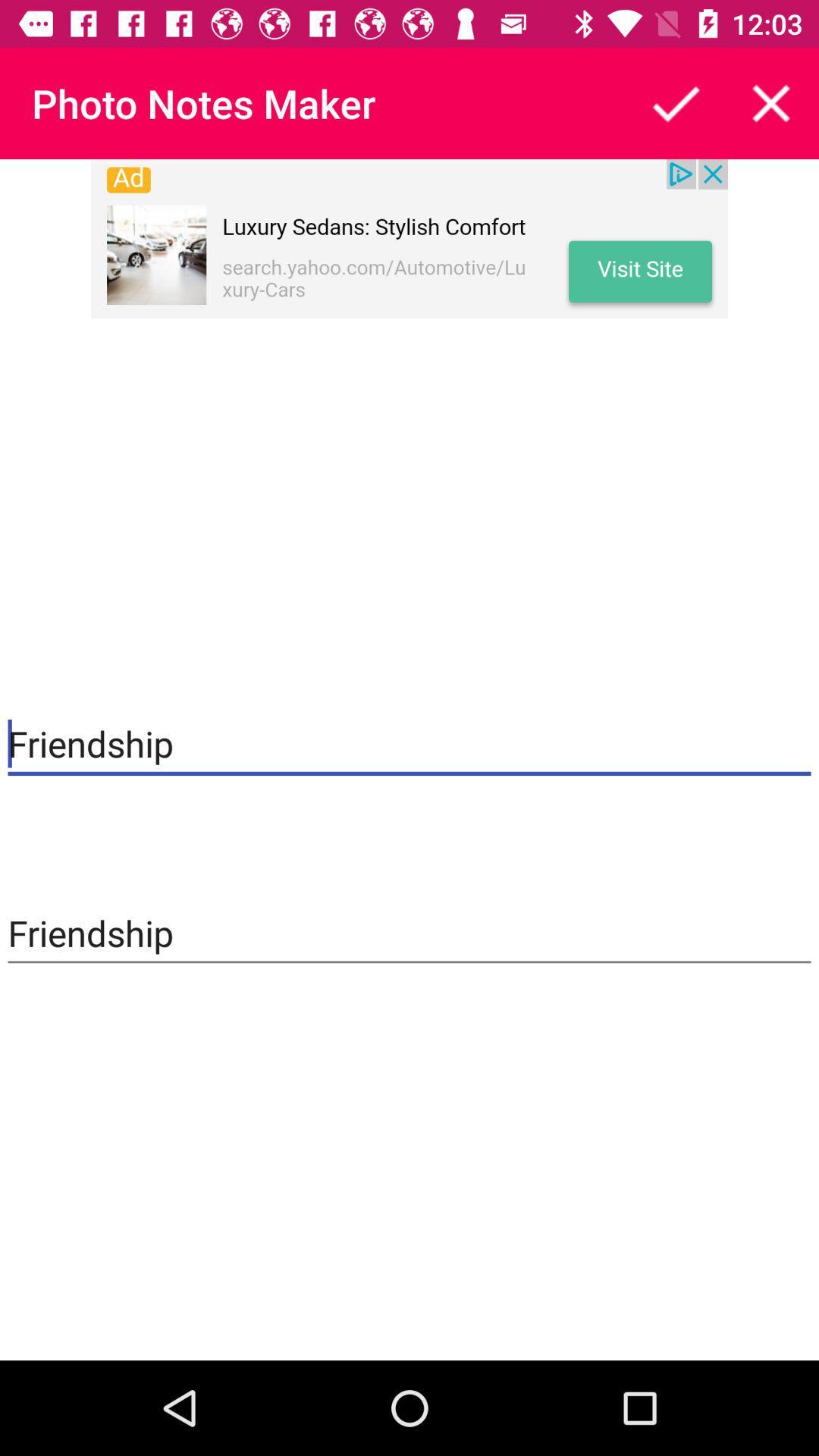 The width and height of the screenshot is (819, 1456). What do you see at coordinates (675, 102) in the screenshot?
I see `select option` at bounding box center [675, 102].